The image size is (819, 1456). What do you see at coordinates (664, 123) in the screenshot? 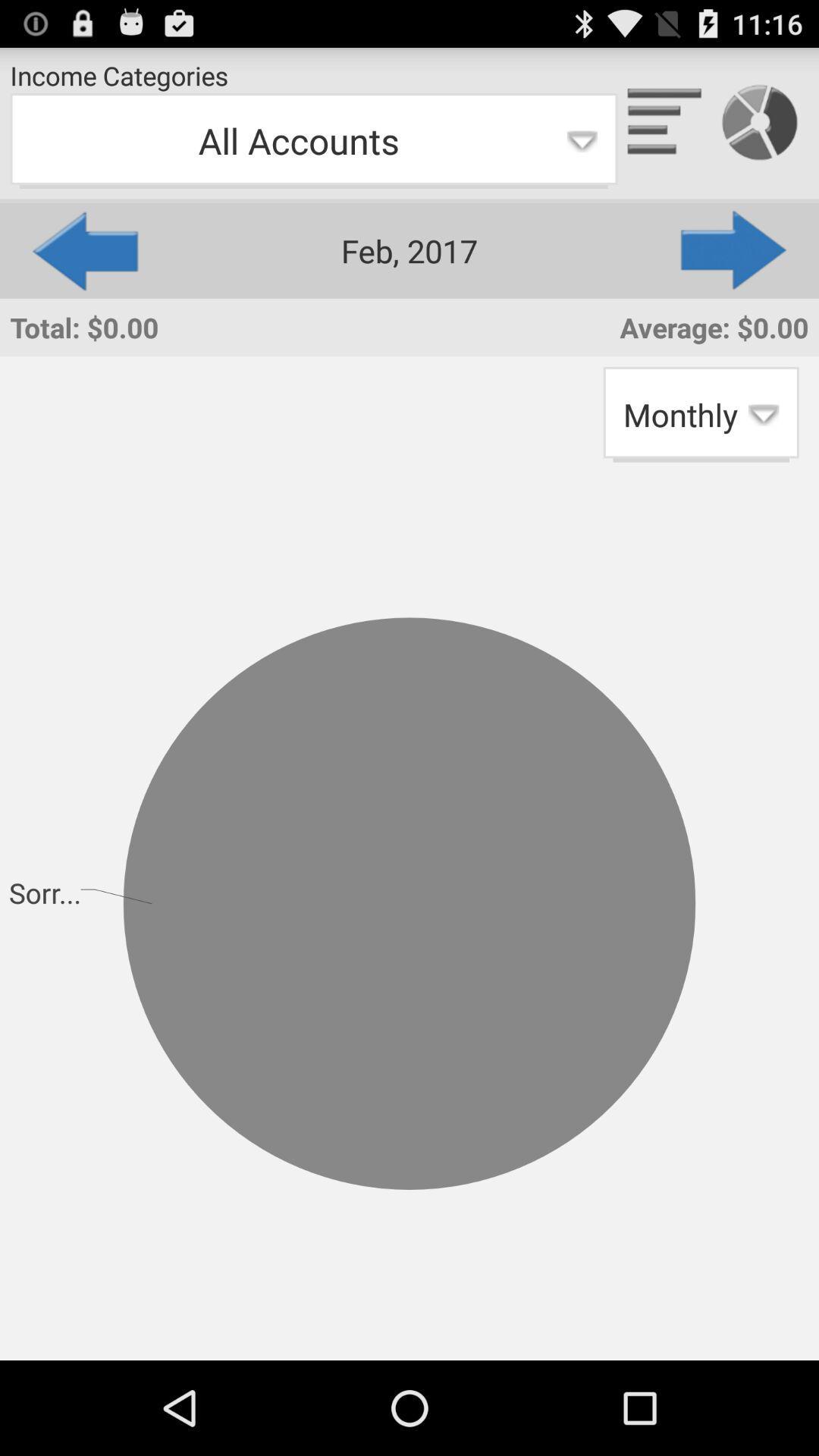
I see `bar graph option` at bounding box center [664, 123].